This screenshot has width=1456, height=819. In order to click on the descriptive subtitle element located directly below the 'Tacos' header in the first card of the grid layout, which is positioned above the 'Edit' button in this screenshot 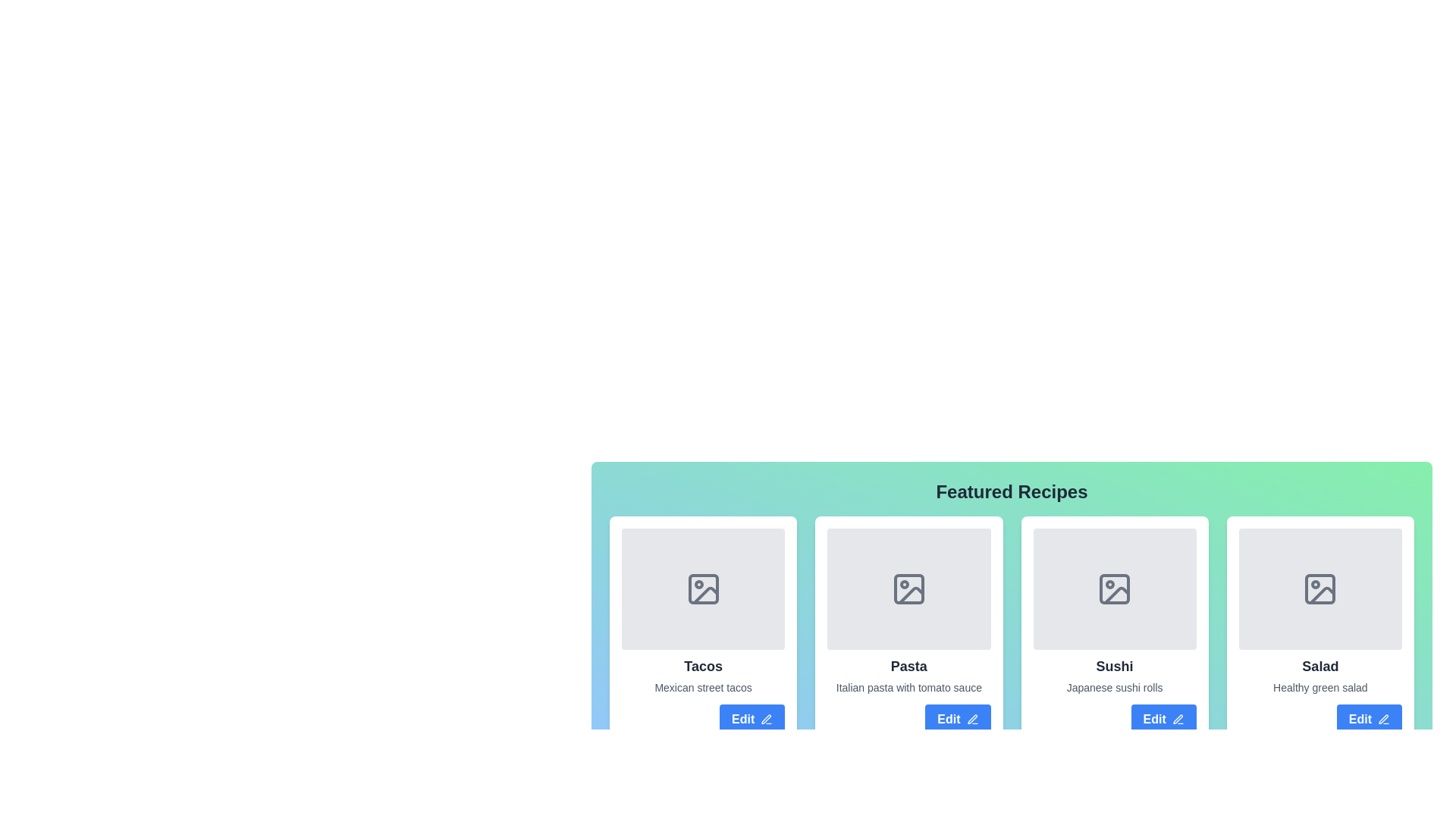, I will do `click(702, 687)`.